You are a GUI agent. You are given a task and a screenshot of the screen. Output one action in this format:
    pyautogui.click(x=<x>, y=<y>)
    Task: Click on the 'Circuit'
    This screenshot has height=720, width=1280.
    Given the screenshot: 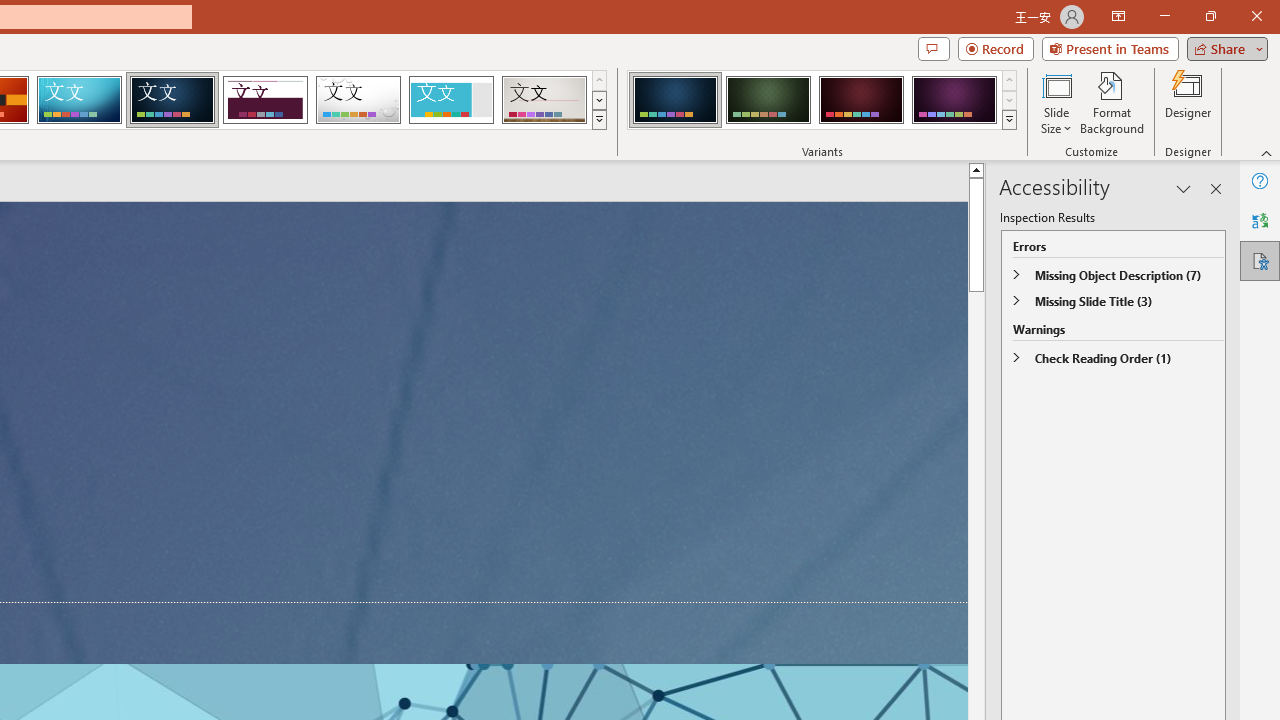 What is the action you would take?
    pyautogui.click(x=79, y=100)
    